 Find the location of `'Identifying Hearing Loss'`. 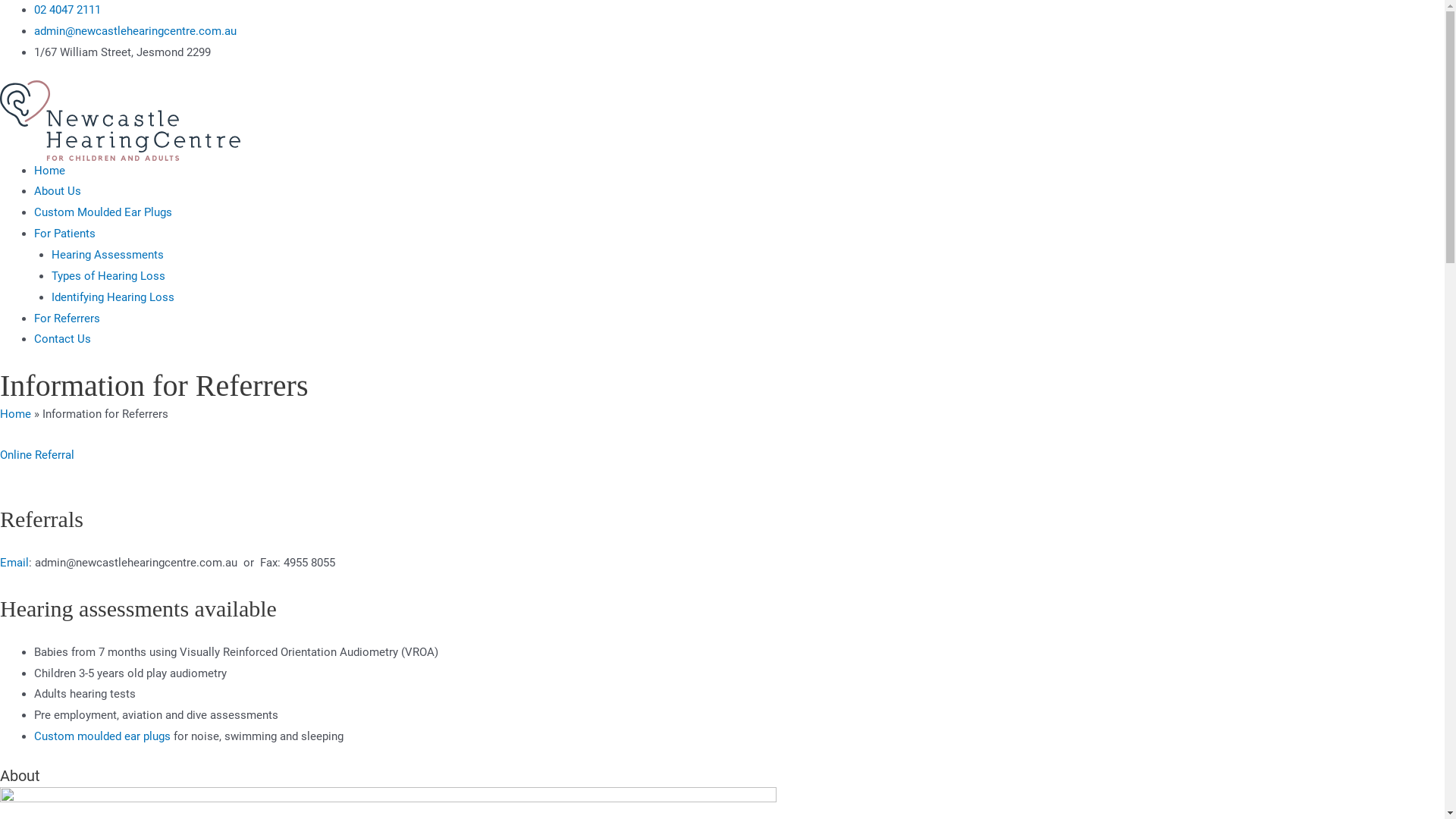

'Identifying Hearing Loss' is located at coordinates (51, 297).